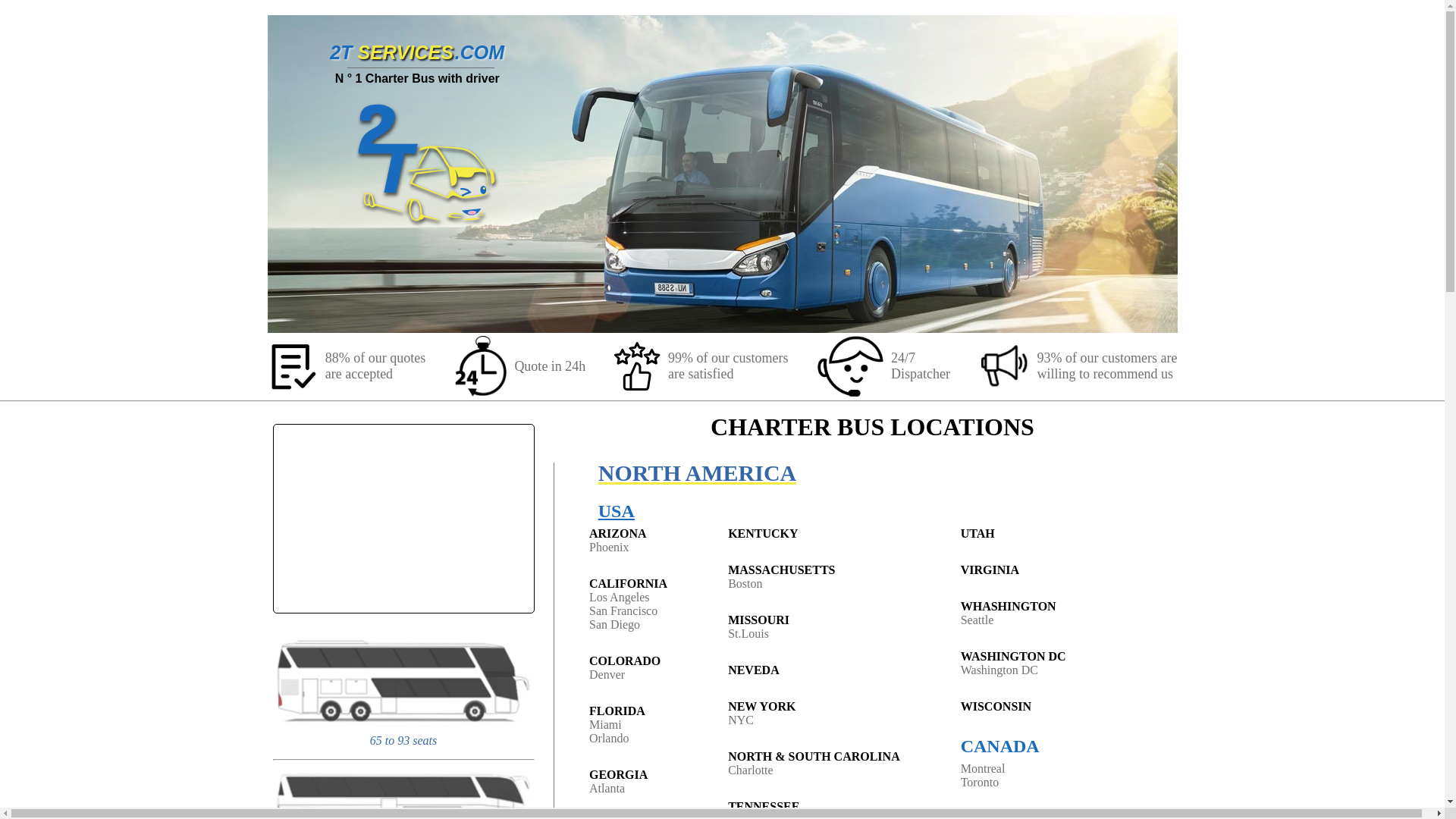 The width and height of the screenshot is (1456, 819). What do you see at coordinates (623, 610) in the screenshot?
I see `'San Francisco'` at bounding box center [623, 610].